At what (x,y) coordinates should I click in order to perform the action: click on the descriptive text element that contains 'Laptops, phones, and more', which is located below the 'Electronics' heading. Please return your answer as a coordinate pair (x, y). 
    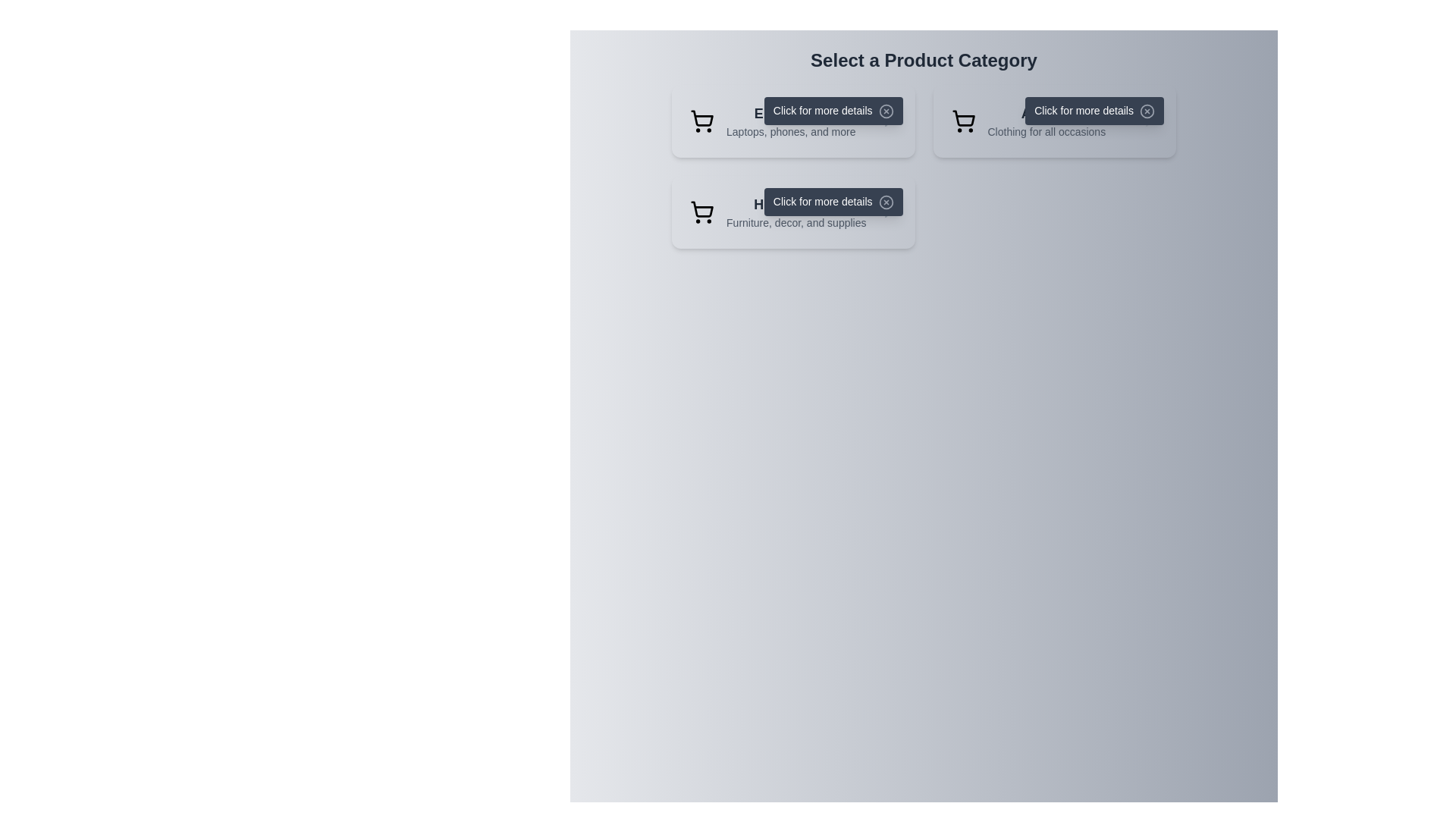
    Looking at the image, I should click on (790, 130).